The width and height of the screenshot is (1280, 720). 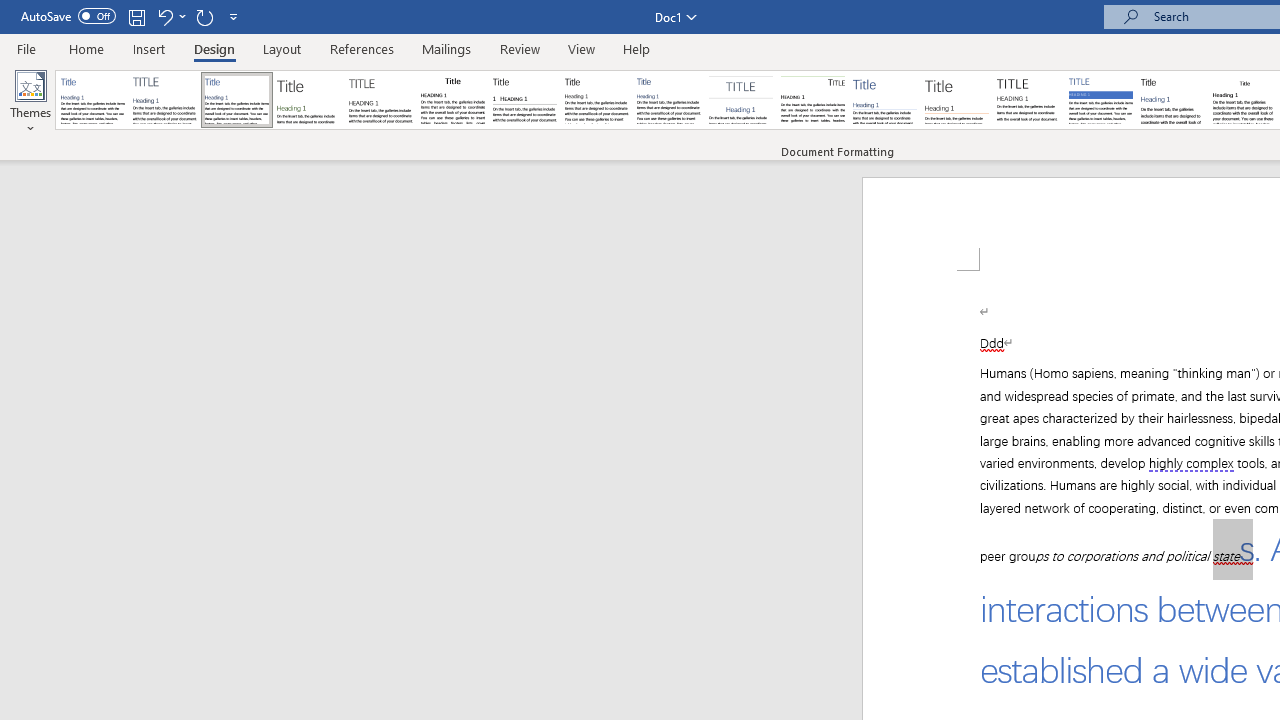 I want to click on 'Black & White (Numbered)', so click(x=524, y=100).